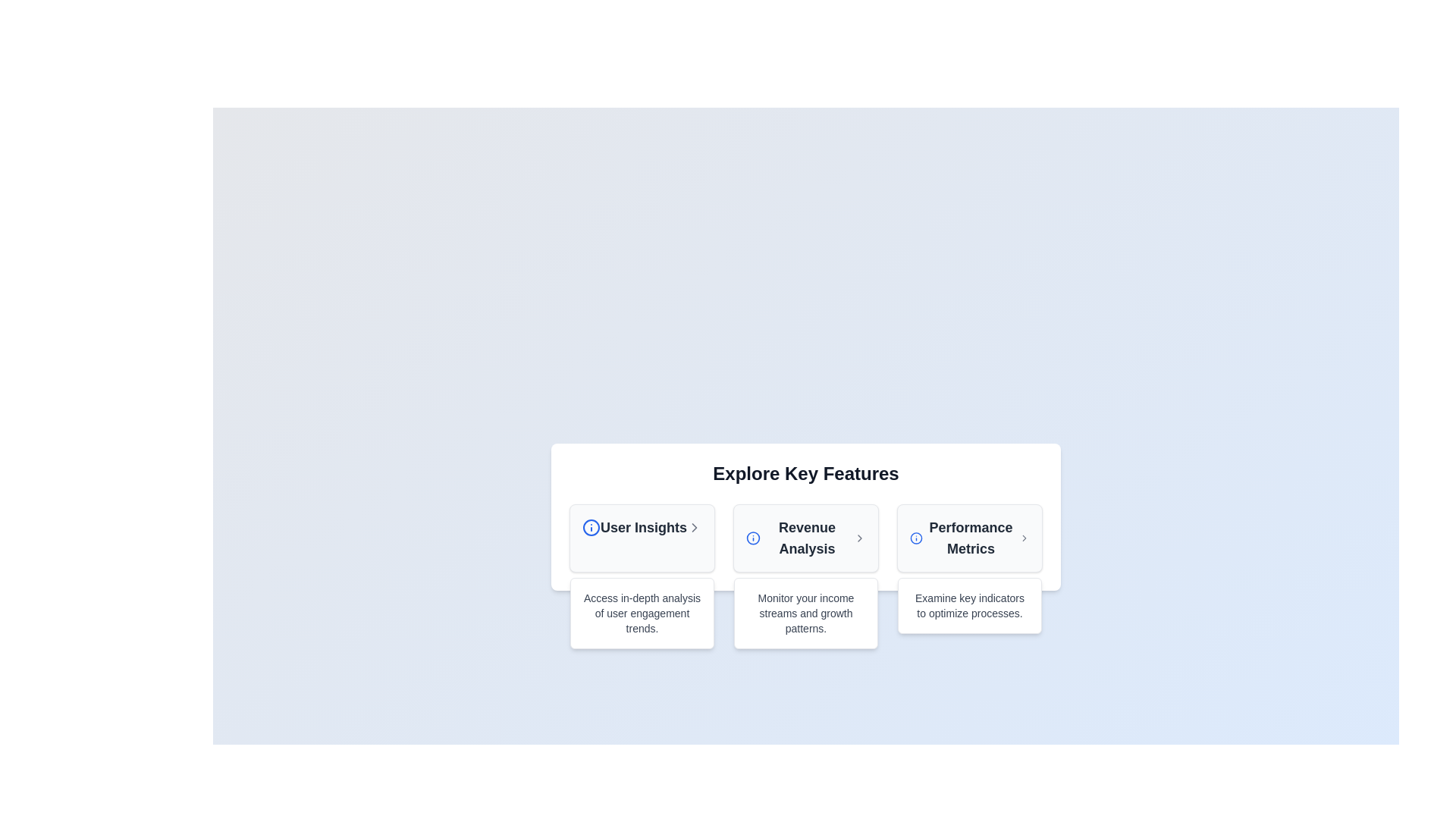 The width and height of the screenshot is (1456, 819). What do you see at coordinates (806, 537) in the screenshot?
I see `the text label that serves as a title for the second card in the 'Explore Key Features' section, which is related to revenue and financial analysis` at bounding box center [806, 537].